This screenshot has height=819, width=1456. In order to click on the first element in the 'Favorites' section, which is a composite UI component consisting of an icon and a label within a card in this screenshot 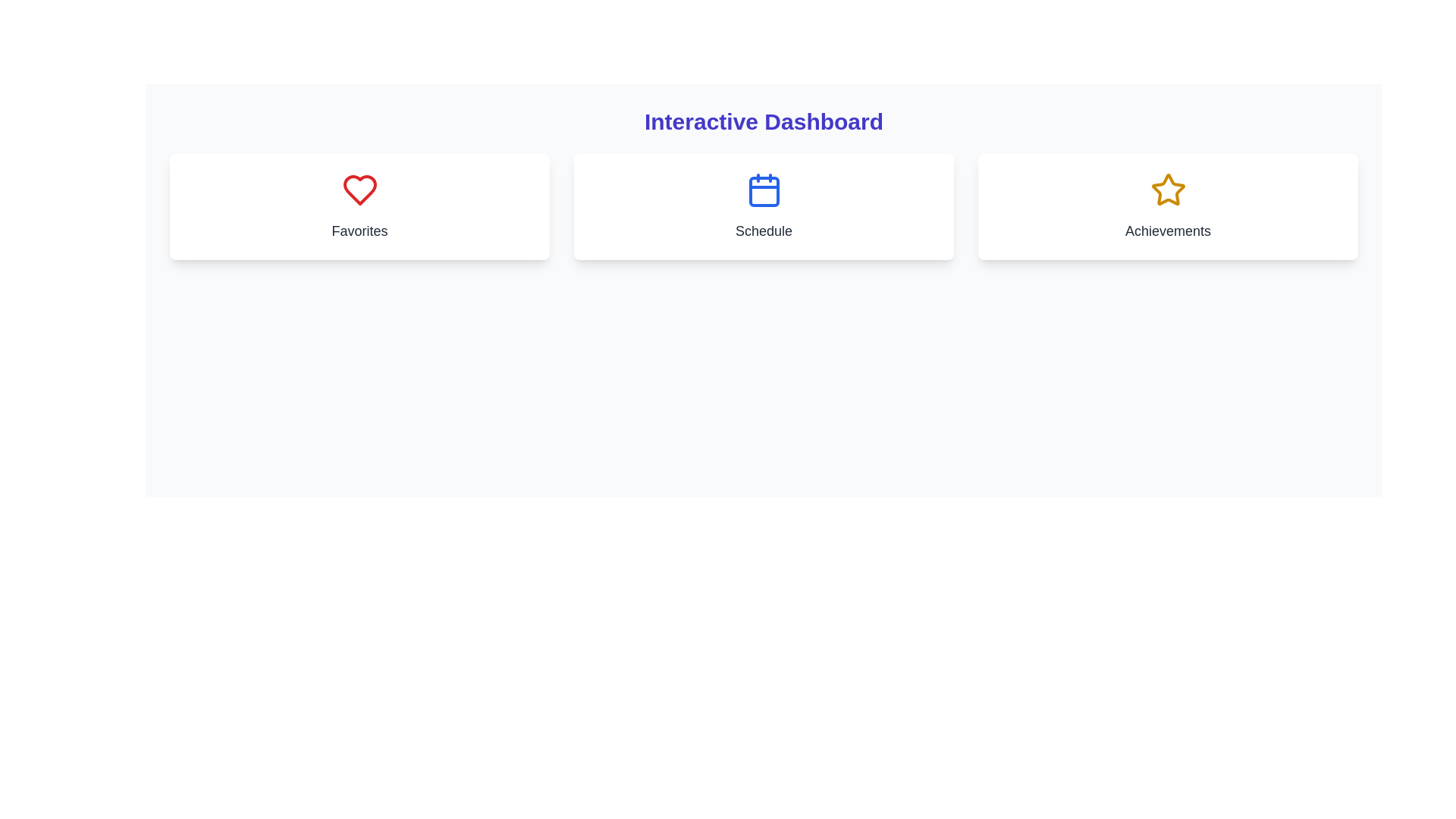, I will do `click(359, 207)`.